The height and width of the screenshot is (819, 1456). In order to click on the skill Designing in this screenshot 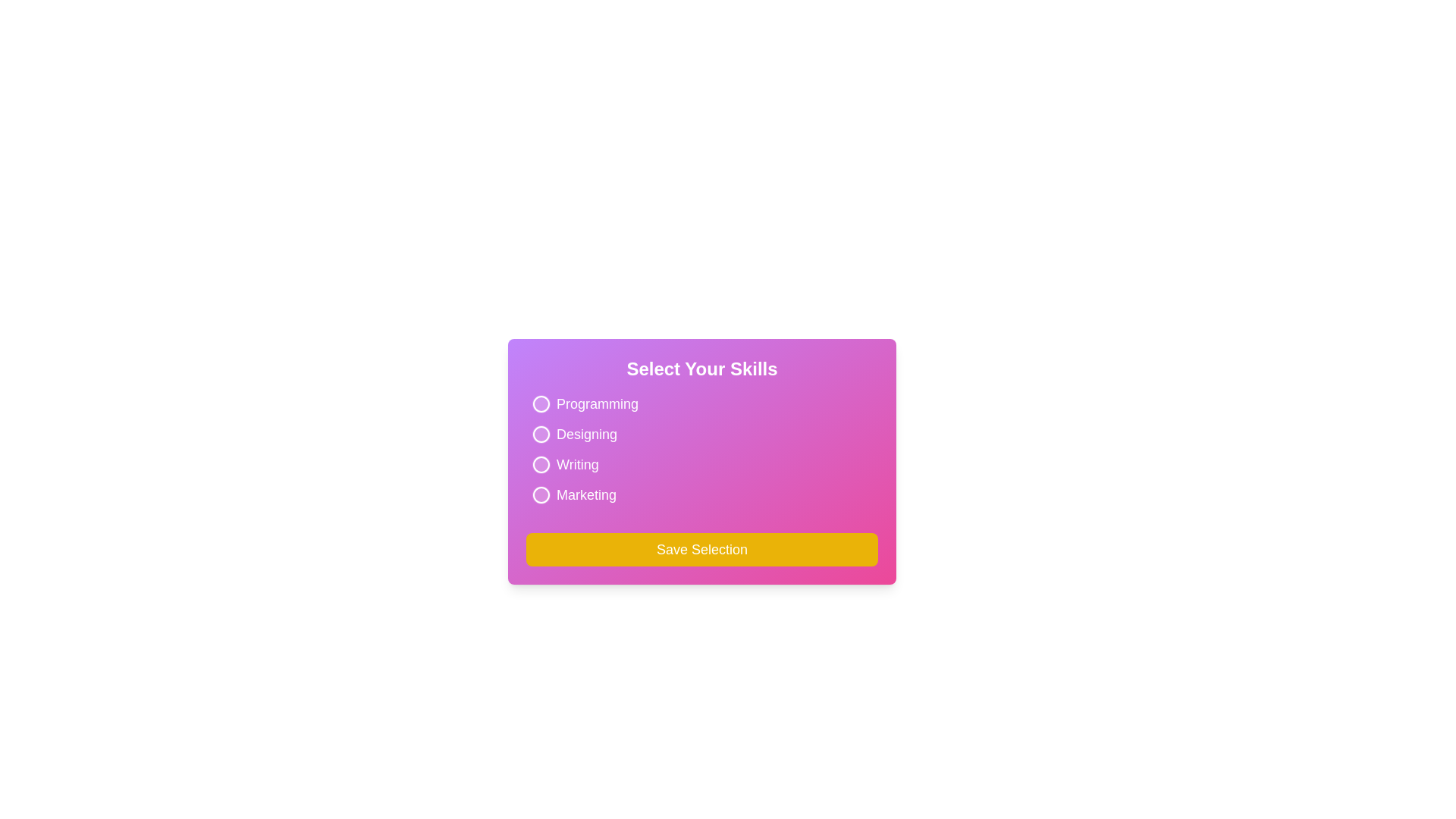, I will do `click(541, 435)`.